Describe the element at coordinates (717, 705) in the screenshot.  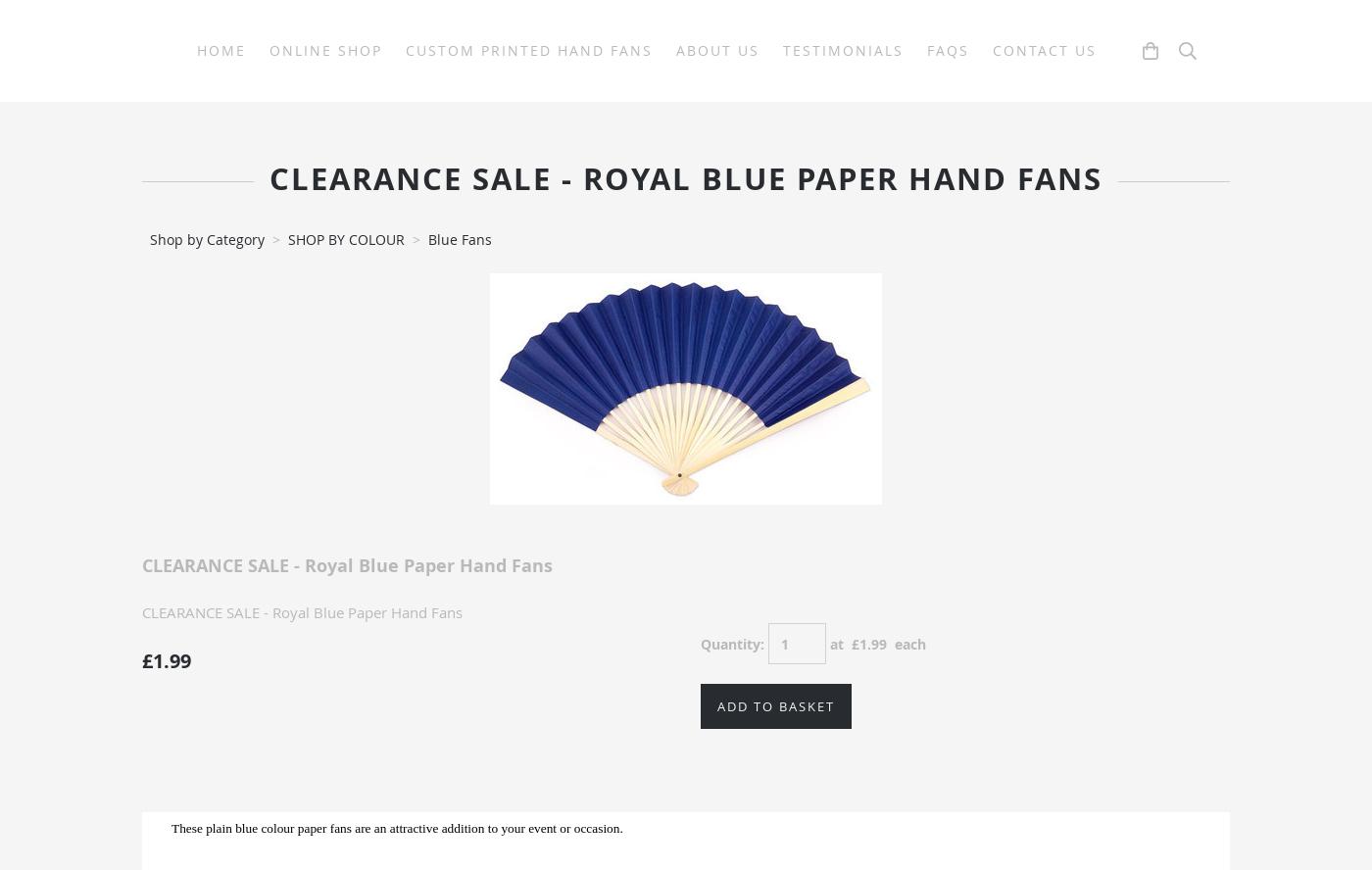
I see `'Add To Basket'` at that location.